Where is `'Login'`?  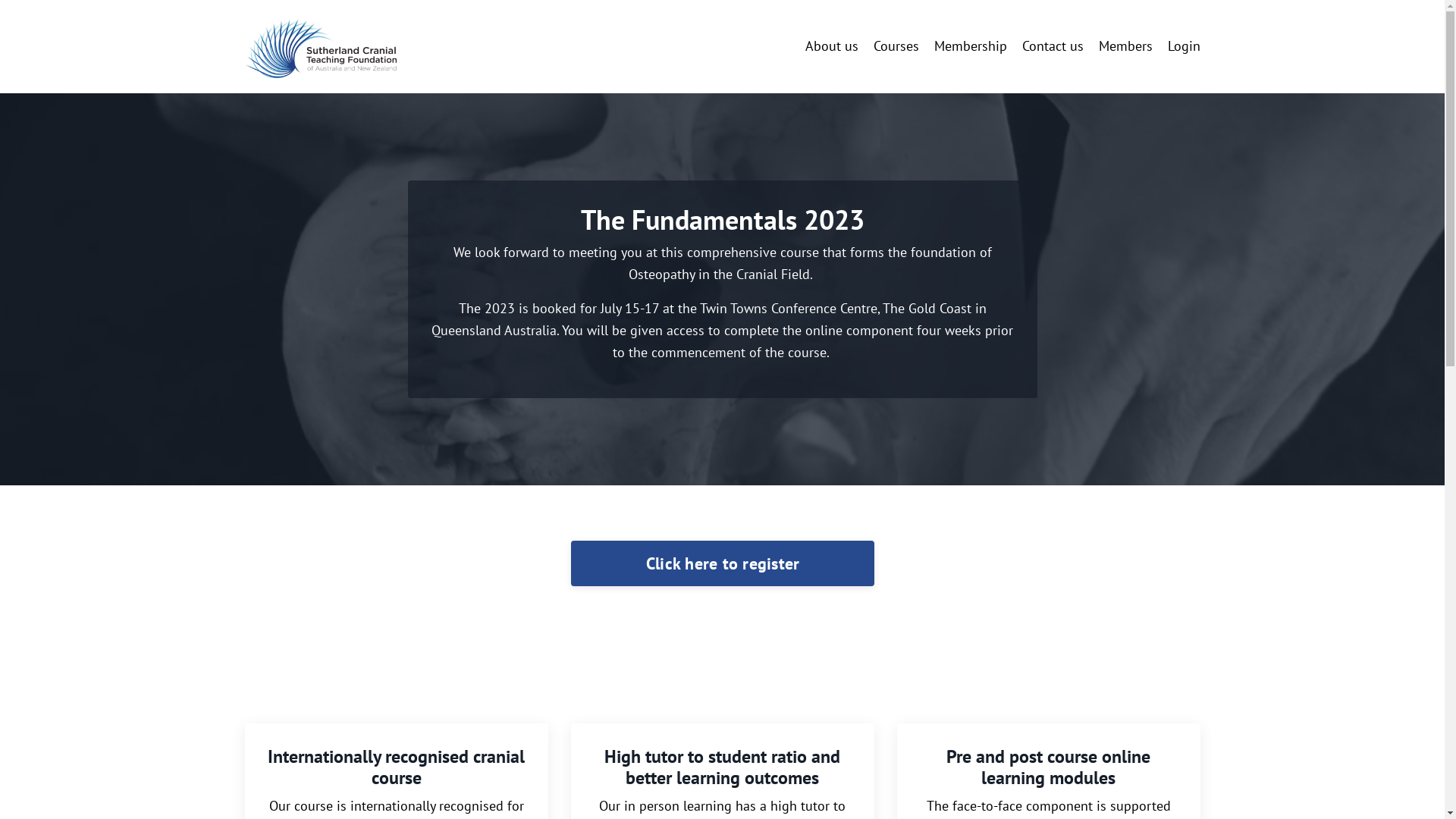 'Login' is located at coordinates (1183, 45).